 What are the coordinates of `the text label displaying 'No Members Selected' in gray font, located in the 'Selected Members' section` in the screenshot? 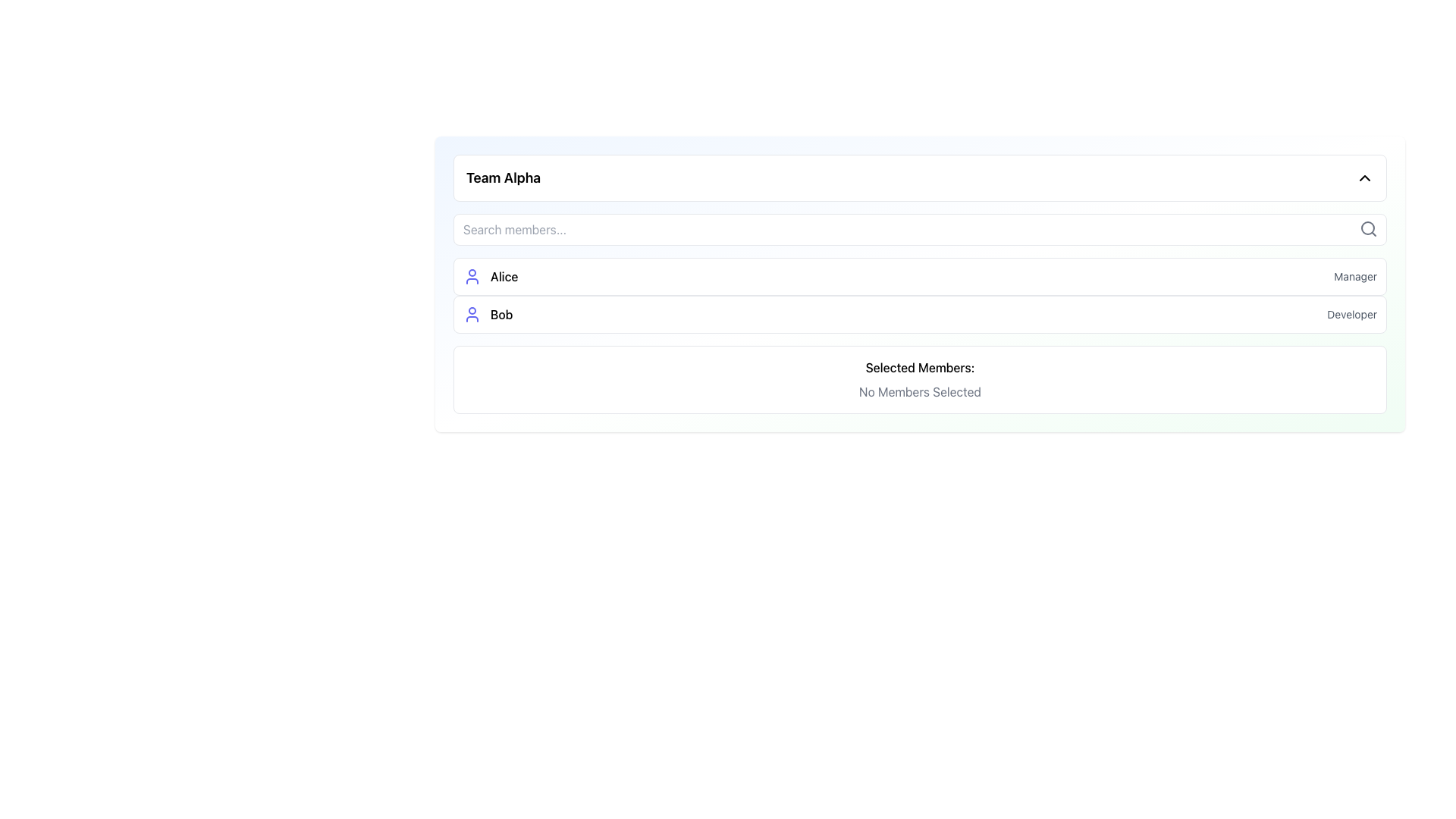 It's located at (919, 391).